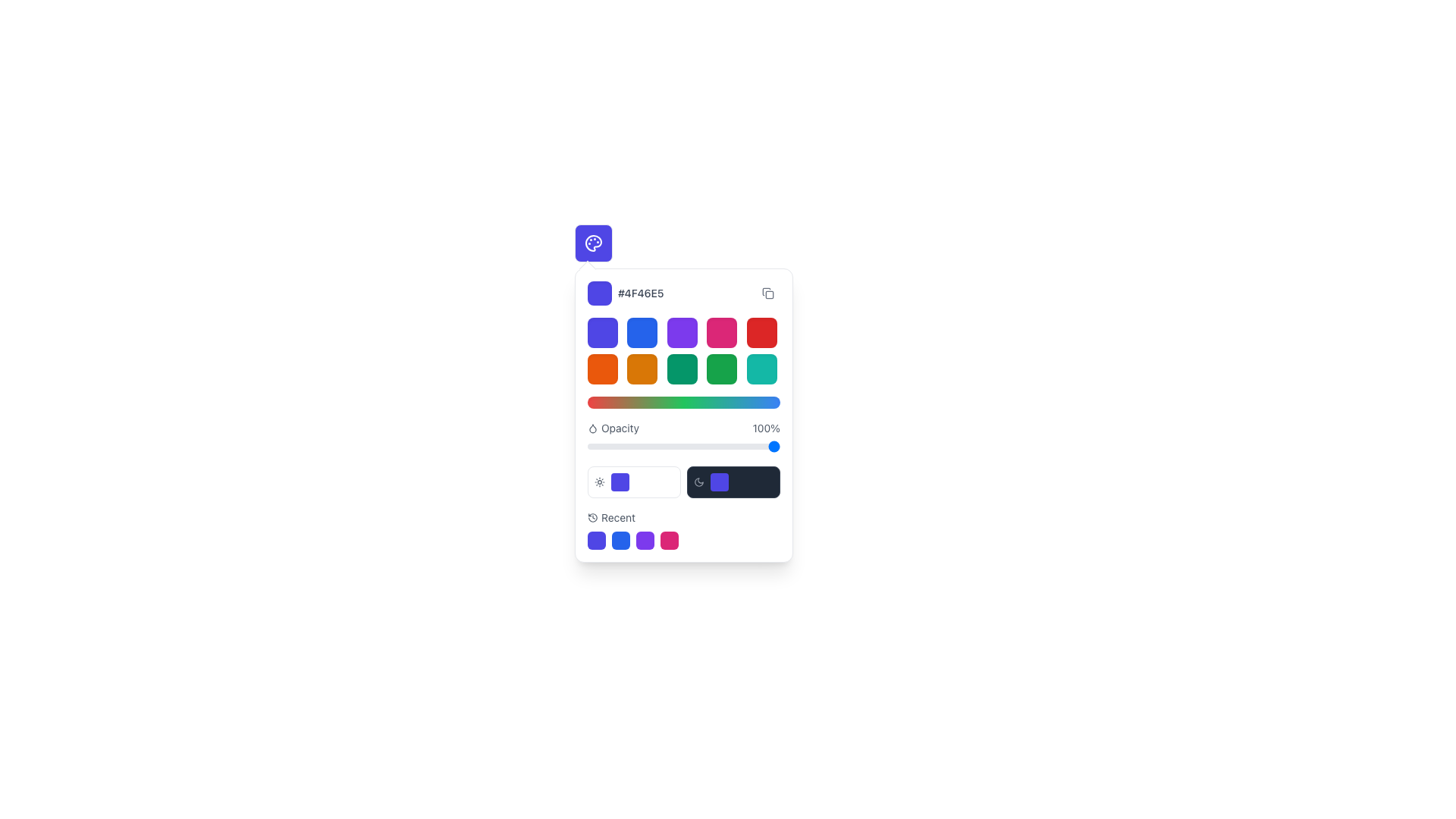  What do you see at coordinates (738, 446) in the screenshot?
I see `opacity` at bounding box center [738, 446].